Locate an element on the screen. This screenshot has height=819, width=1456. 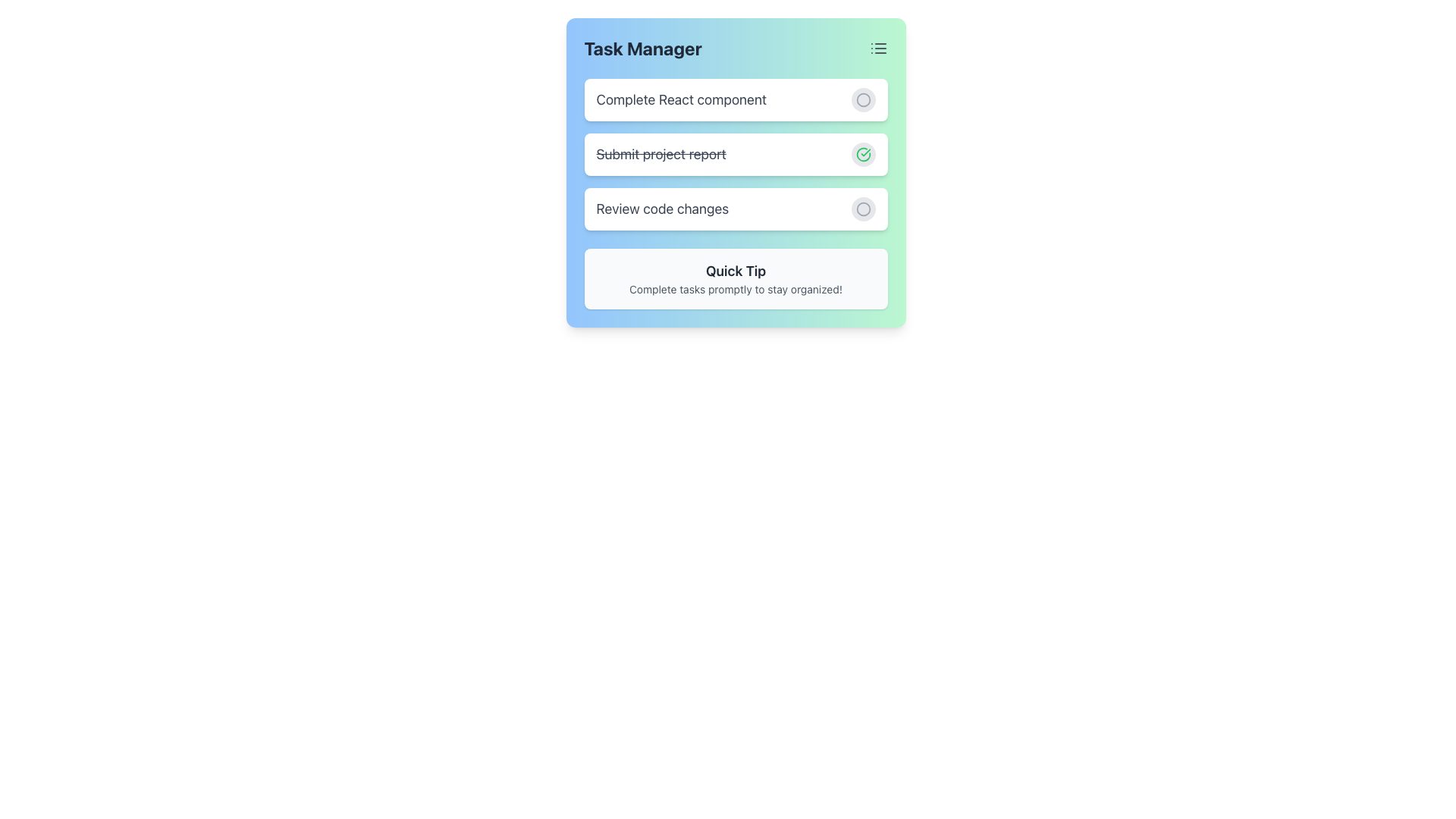
the Text Label that serves as a heading for quick tips, located above the text 'Complete tasks promptly to stay organized!' in a light gray box is located at coordinates (736, 271).